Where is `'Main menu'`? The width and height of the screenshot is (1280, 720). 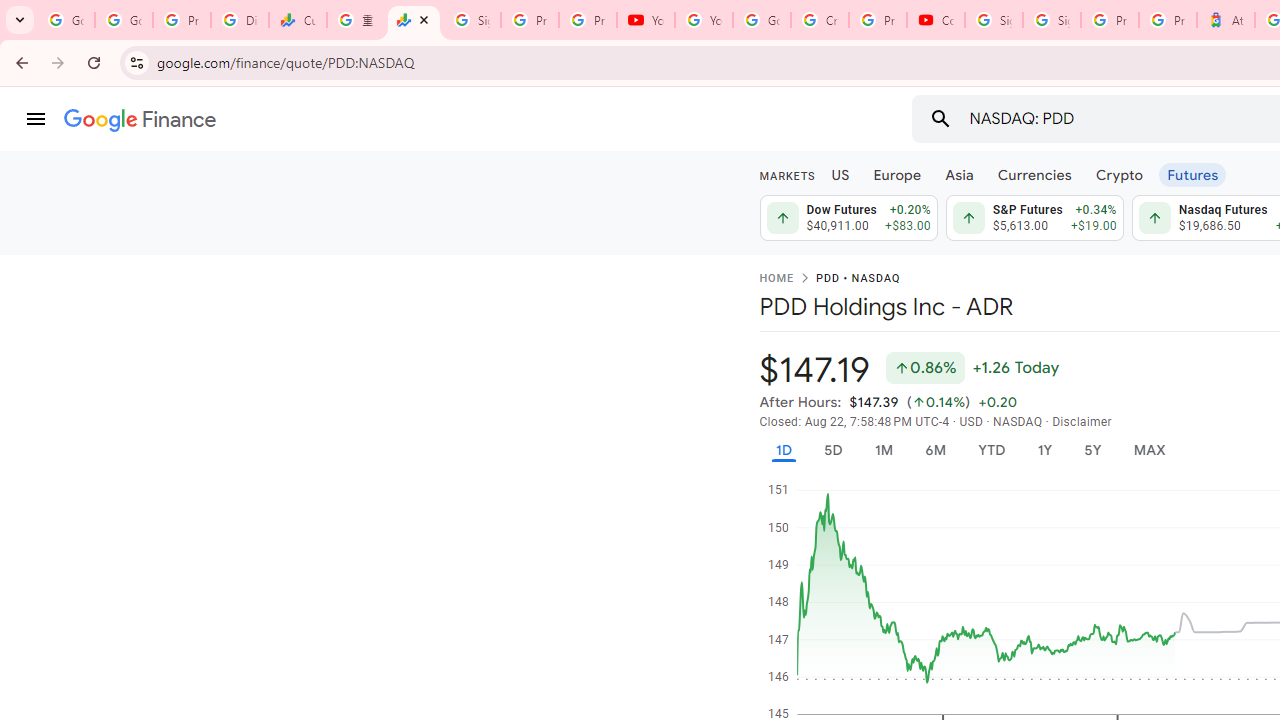
'Main menu' is located at coordinates (35, 119).